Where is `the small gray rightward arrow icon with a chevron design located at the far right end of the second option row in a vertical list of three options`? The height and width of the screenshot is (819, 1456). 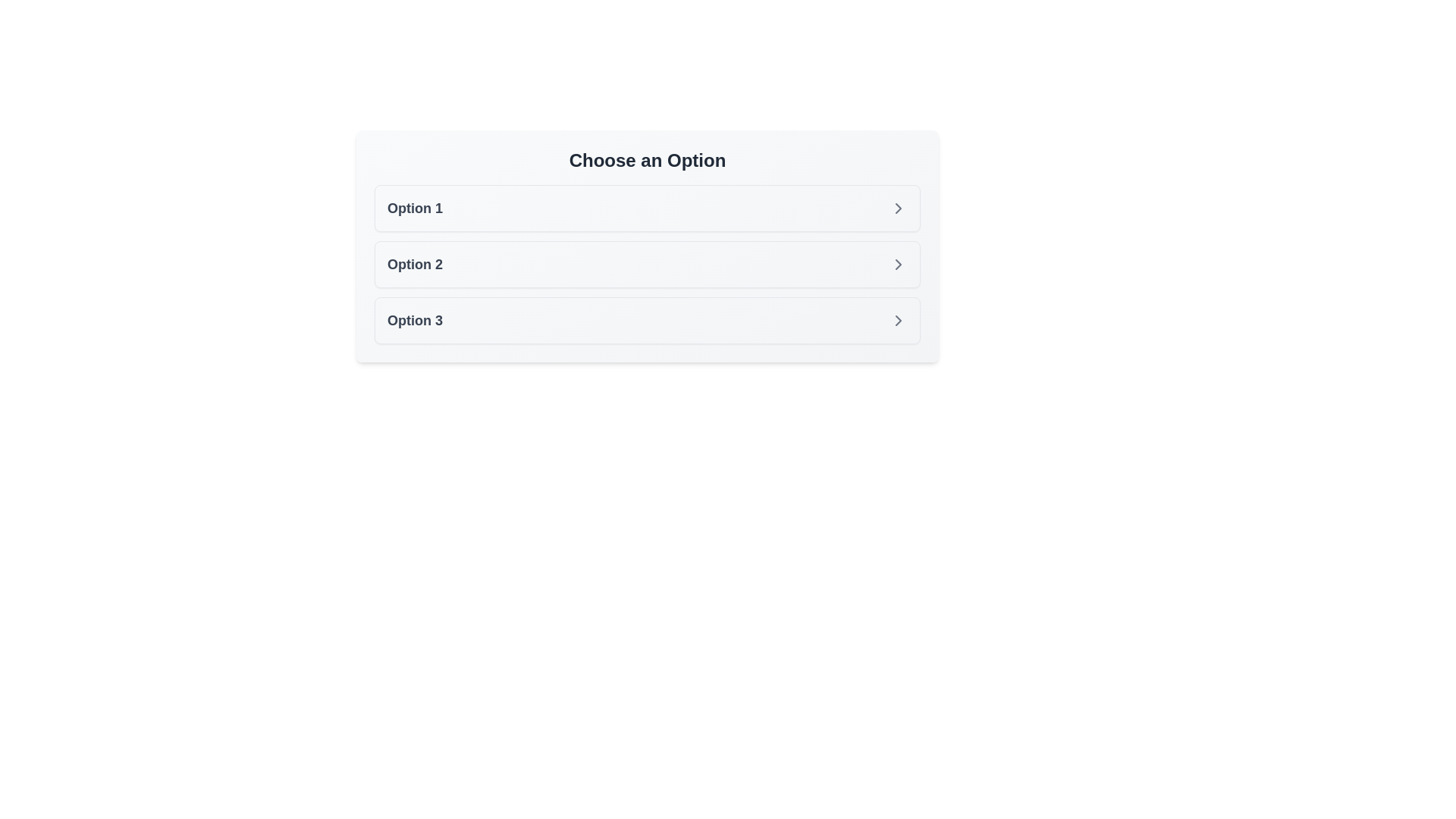 the small gray rightward arrow icon with a chevron design located at the far right end of the second option row in a vertical list of three options is located at coordinates (899, 263).